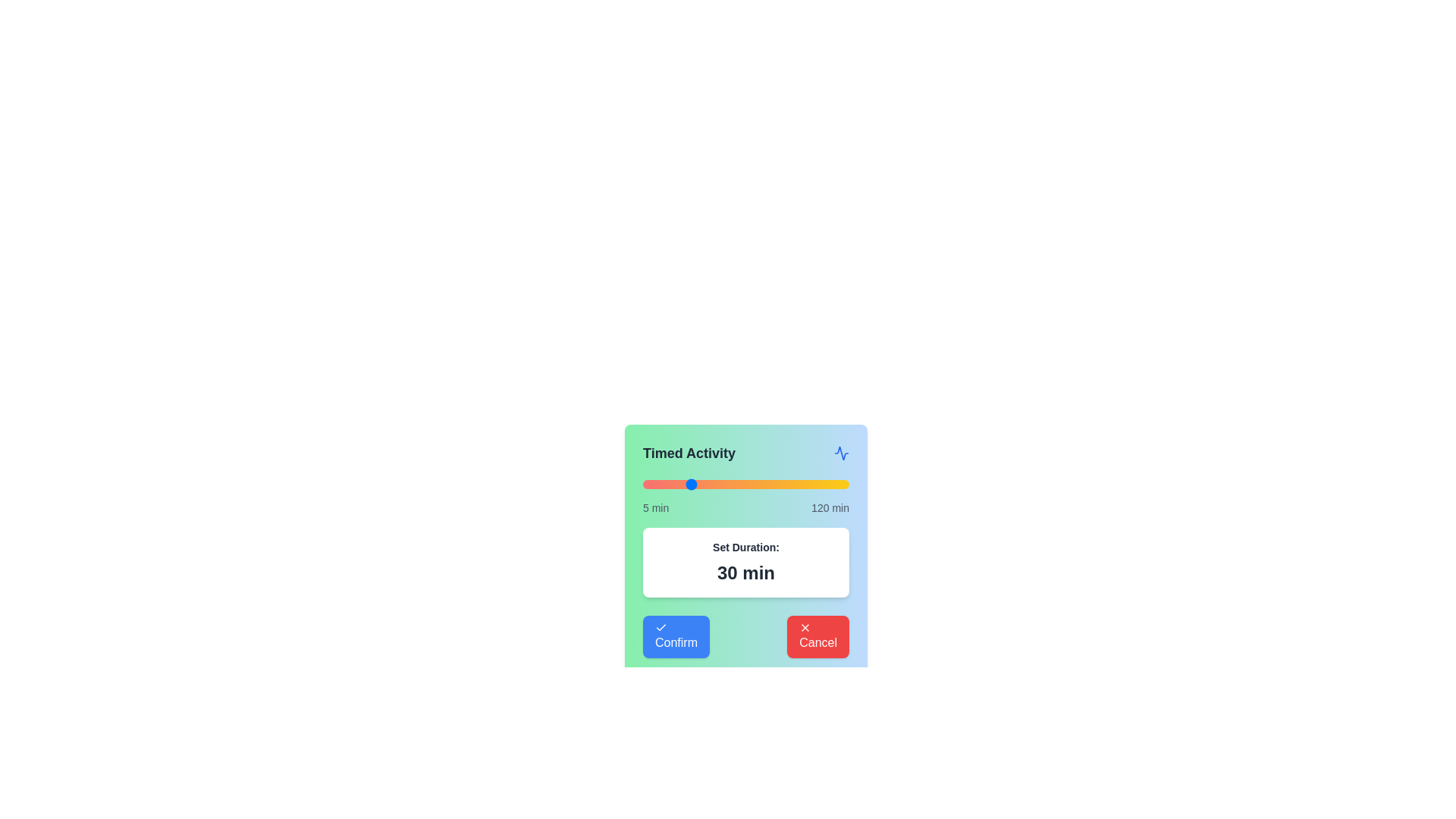 The height and width of the screenshot is (819, 1456). Describe the element at coordinates (812, 485) in the screenshot. I see `the slider to set the activity duration to 100 minutes` at that location.